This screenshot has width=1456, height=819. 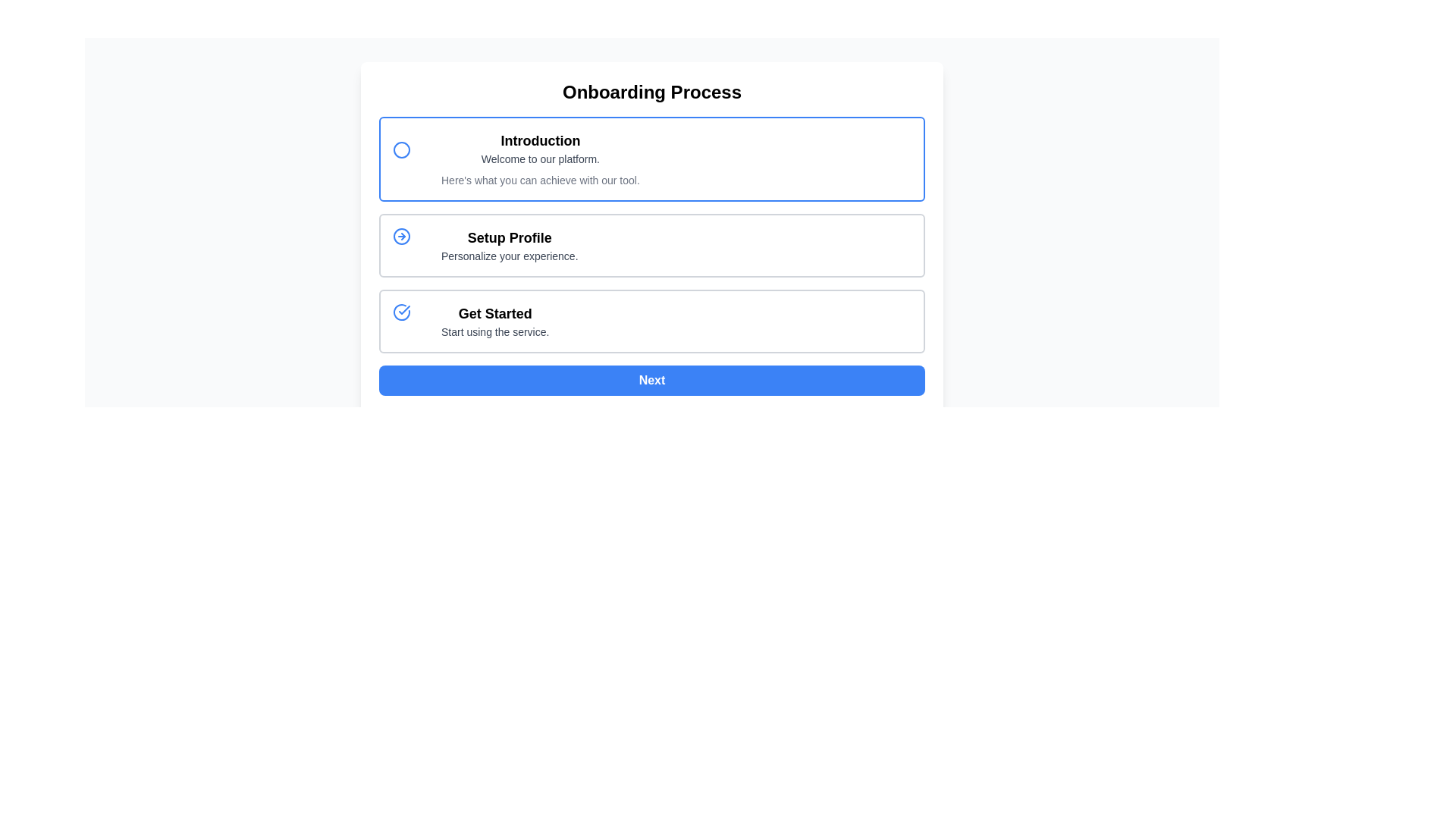 What do you see at coordinates (651, 321) in the screenshot?
I see `the 'Get Started' informational card, which is the third card in the vertical list under 'Onboarding Process'` at bounding box center [651, 321].